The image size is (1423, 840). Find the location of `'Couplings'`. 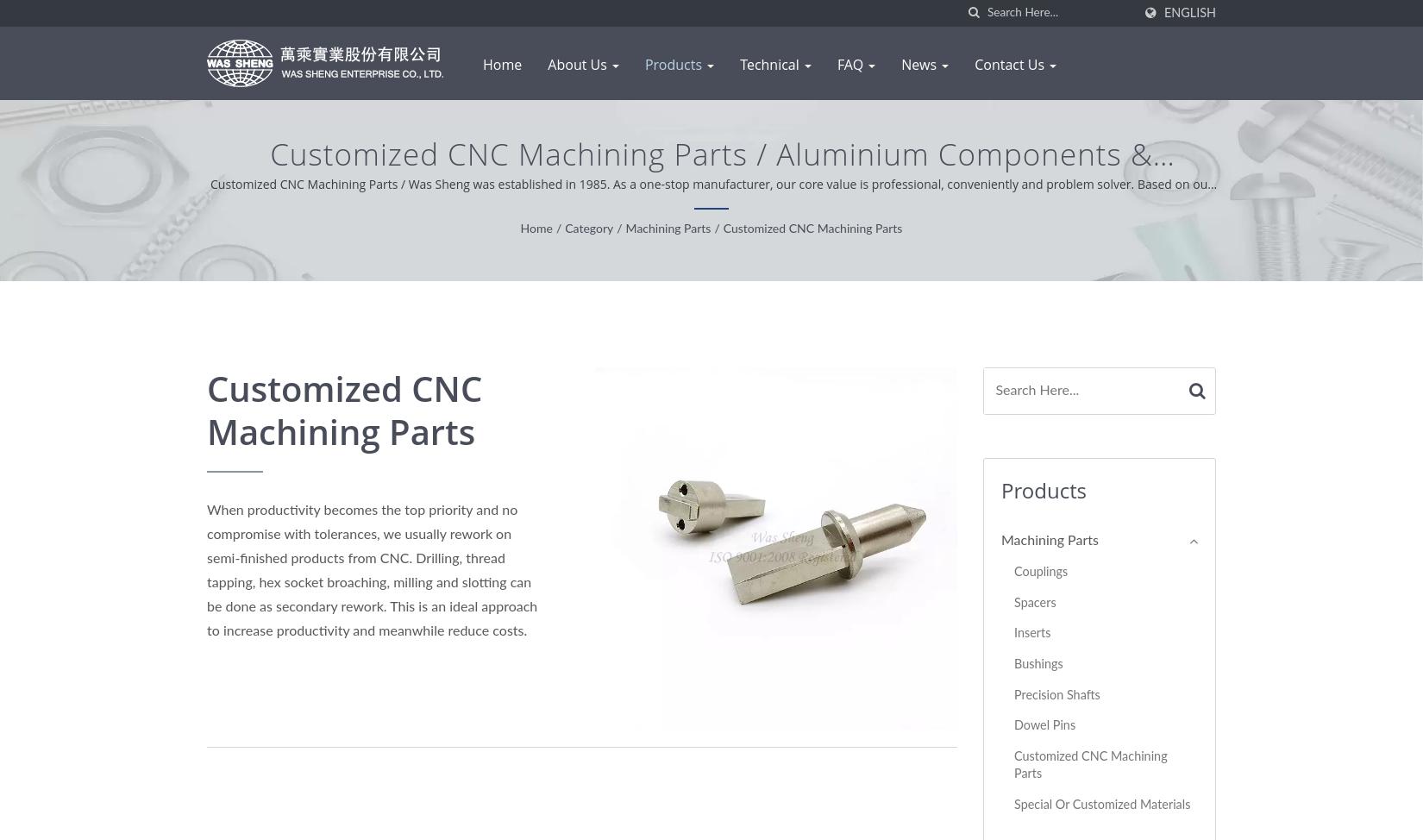

'Couplings' is located at coordinates (1040, 572).